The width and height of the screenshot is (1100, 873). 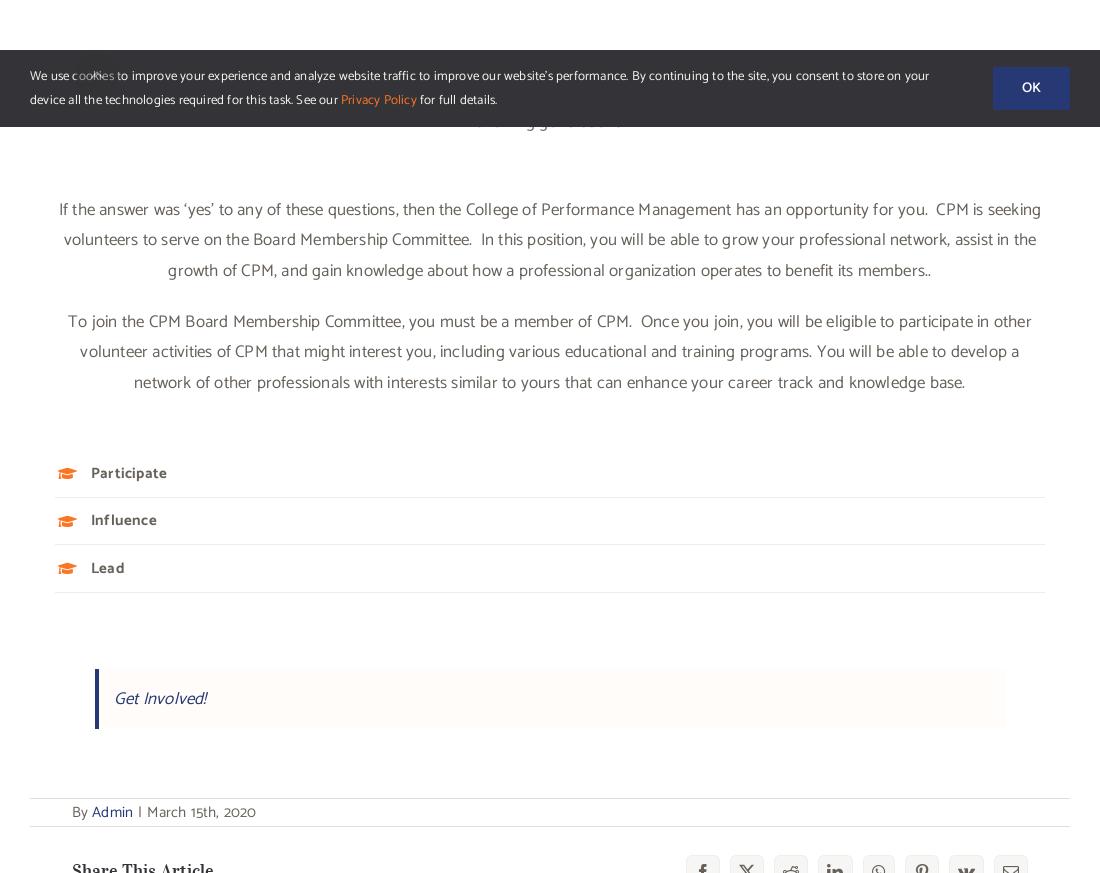 I want to click on 'Volunteer Opportunity – PEP Instructor', so click(x=660, y=303).